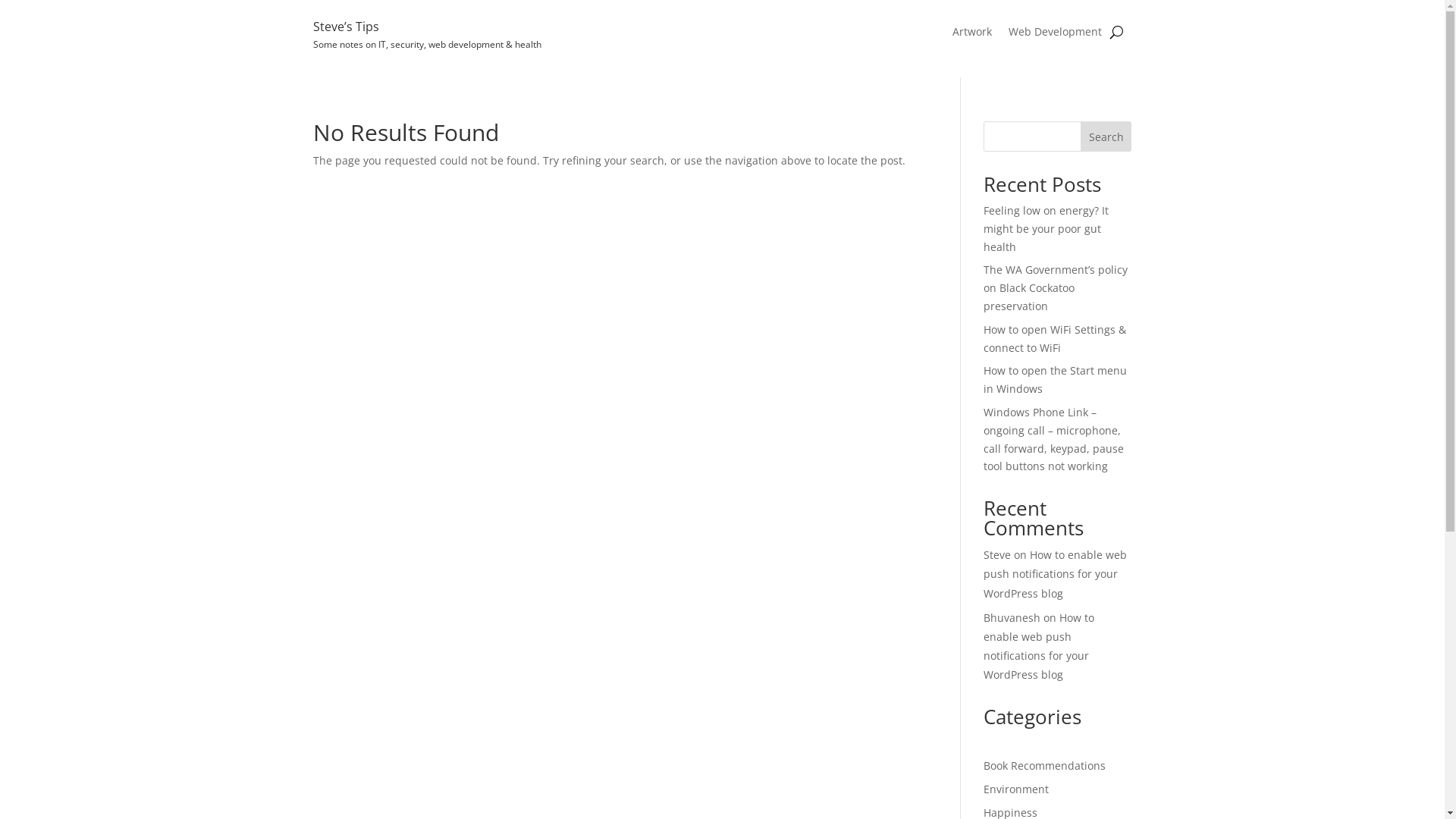 Image resolution: width=1456 pixels, height=819 pixels. Describe the element at coordinates (1106, 136) in the screenshot. I see `'Search'` at that location.